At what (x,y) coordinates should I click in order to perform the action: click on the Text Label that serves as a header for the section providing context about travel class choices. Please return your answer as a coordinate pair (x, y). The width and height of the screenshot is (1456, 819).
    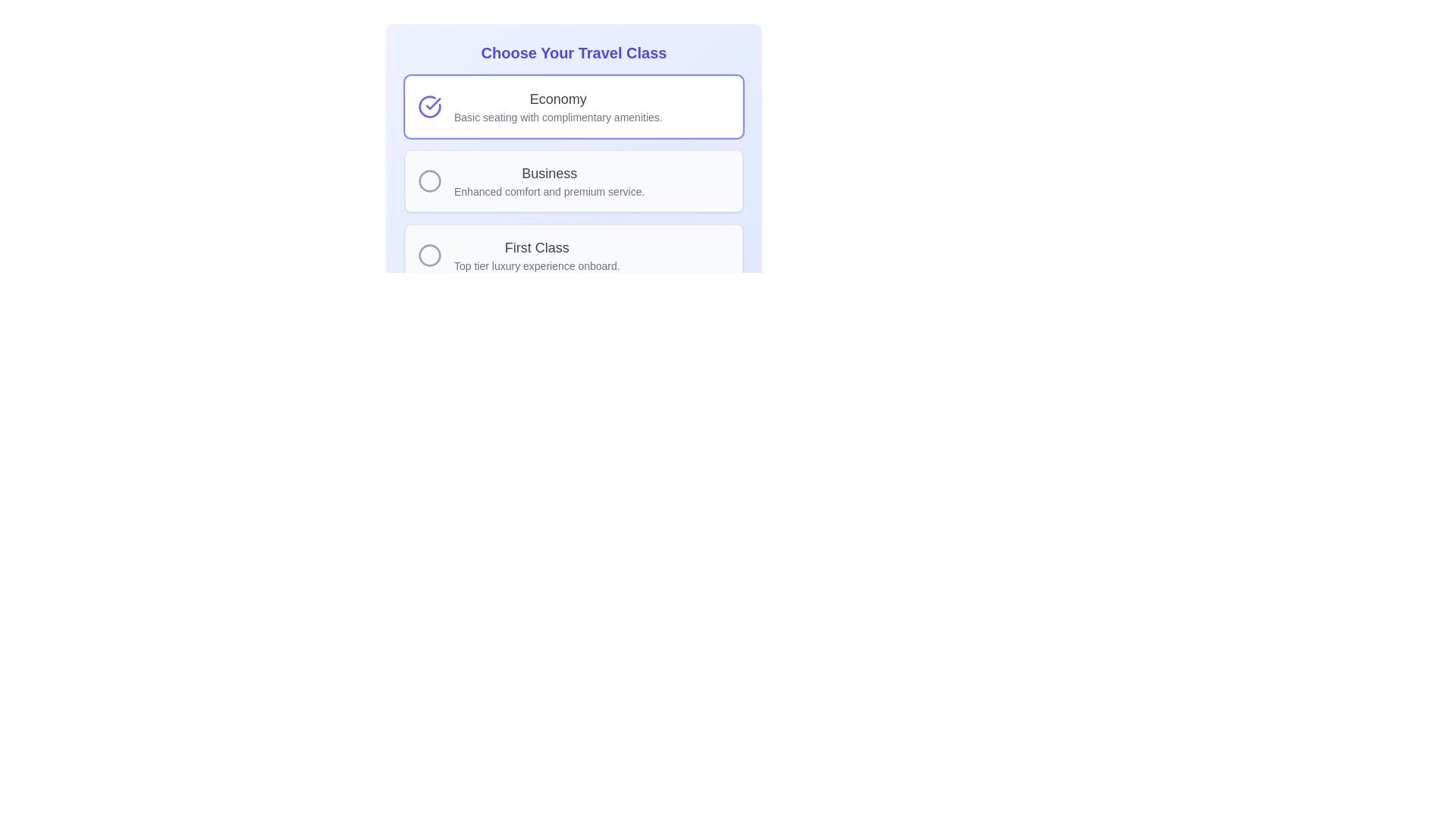
    Looking at the image, I should click on (573, 52).